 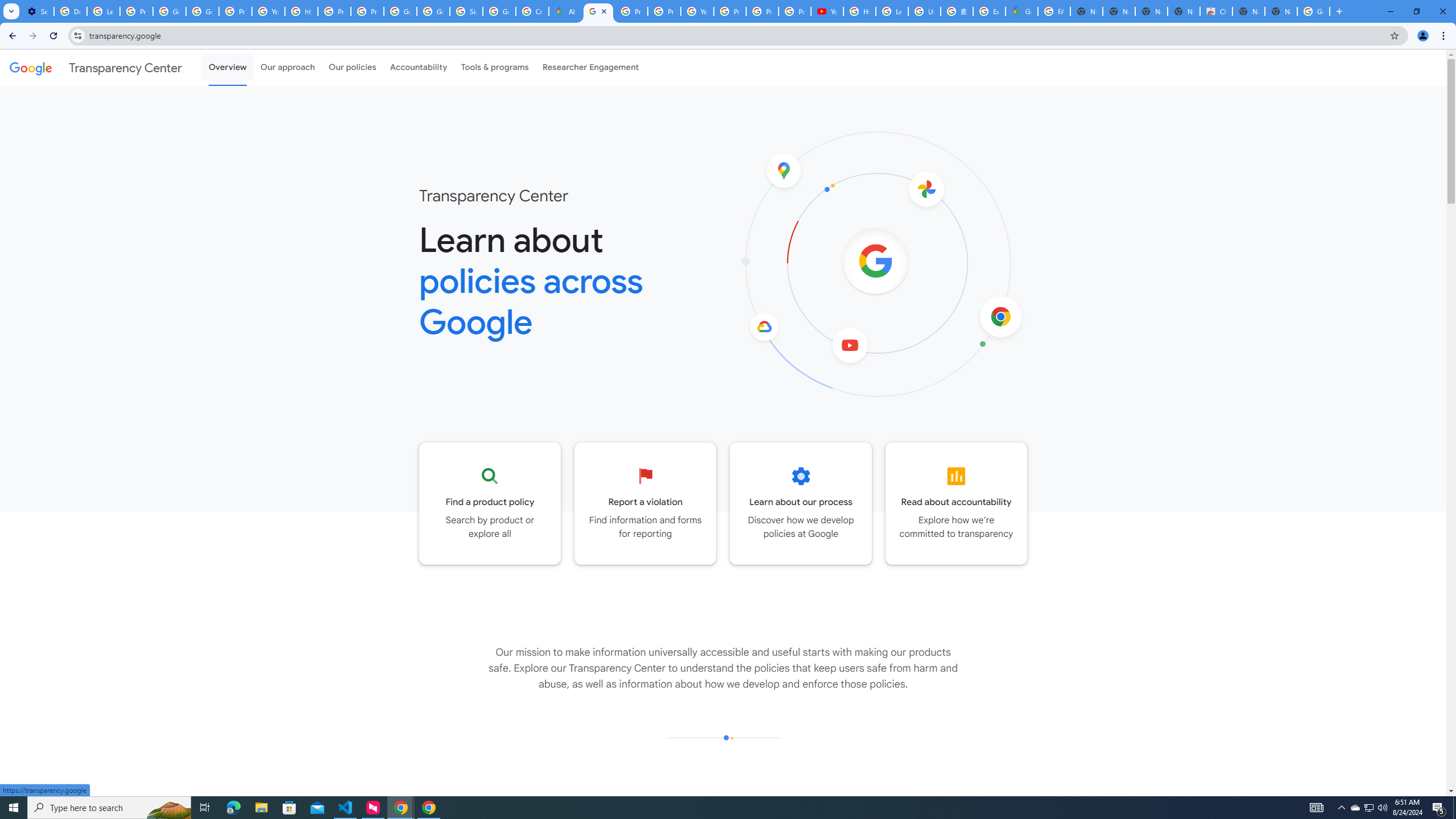 I want to click on 'Settings - On startup', so click(x=37, y=11).